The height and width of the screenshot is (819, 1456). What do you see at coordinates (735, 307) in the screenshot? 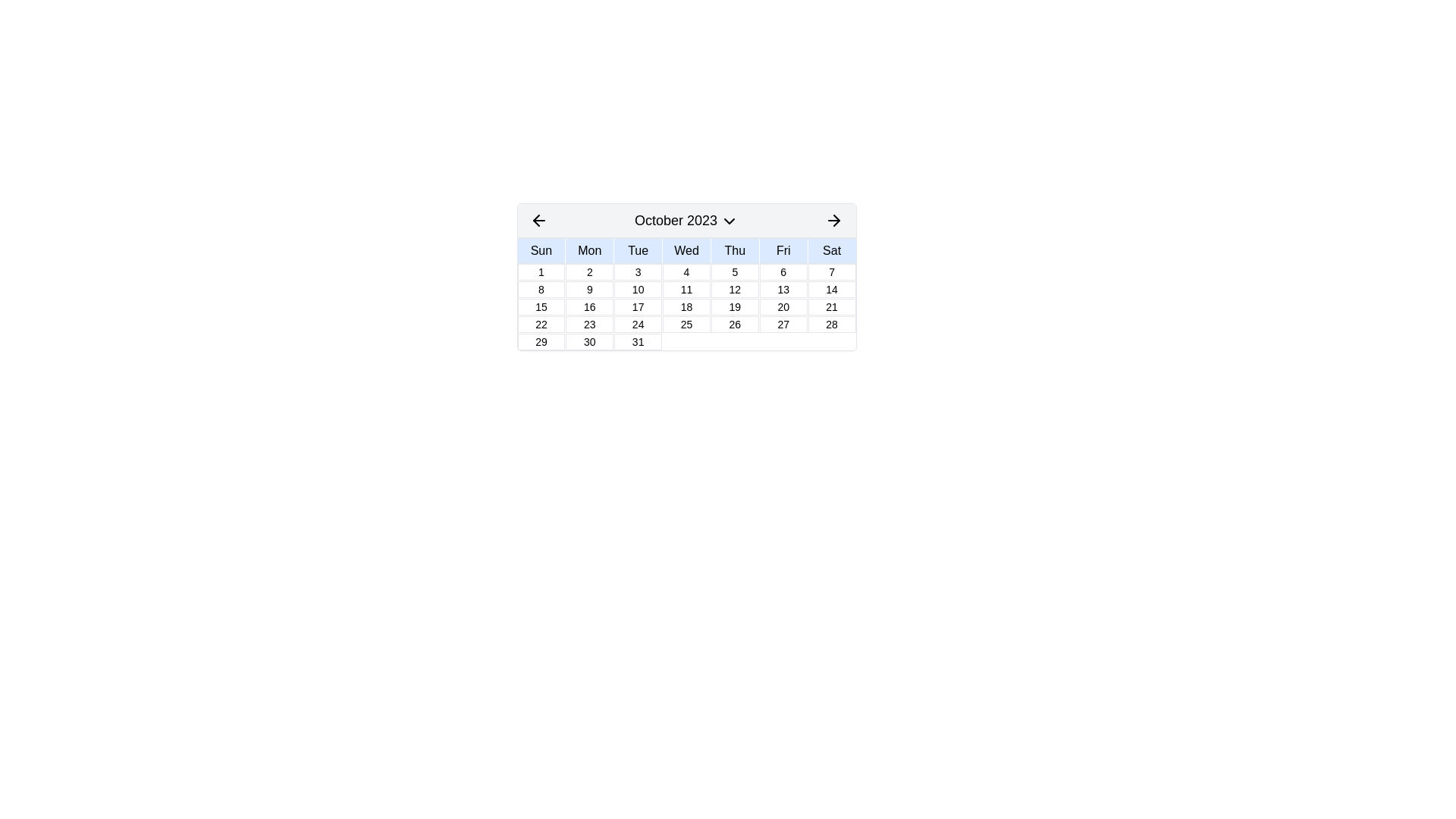
I see `the static text label representing the calendar date October 19, which is located in the calendar view for October 2023, corresponding to the week starting October 15 and the column labeled 'Thu'` at bounding box center [735, 307].